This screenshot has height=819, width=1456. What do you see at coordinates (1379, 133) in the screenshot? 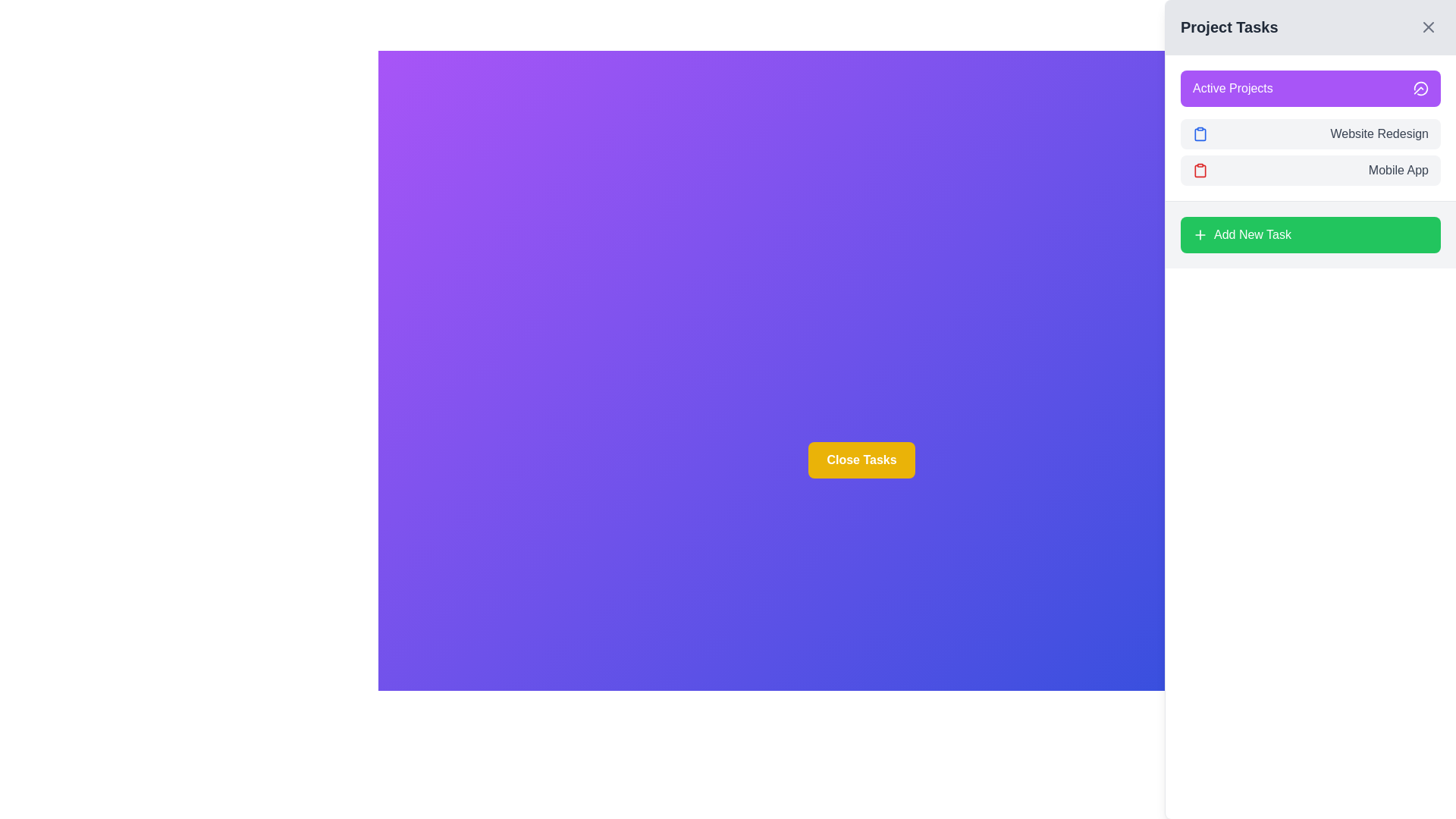
I see `the text label displaying 'Website Redesign' in gray color, which is the second item under the 'Active Projects' header in the 'Project Tasks' section` at bounding box center [1379, 133].